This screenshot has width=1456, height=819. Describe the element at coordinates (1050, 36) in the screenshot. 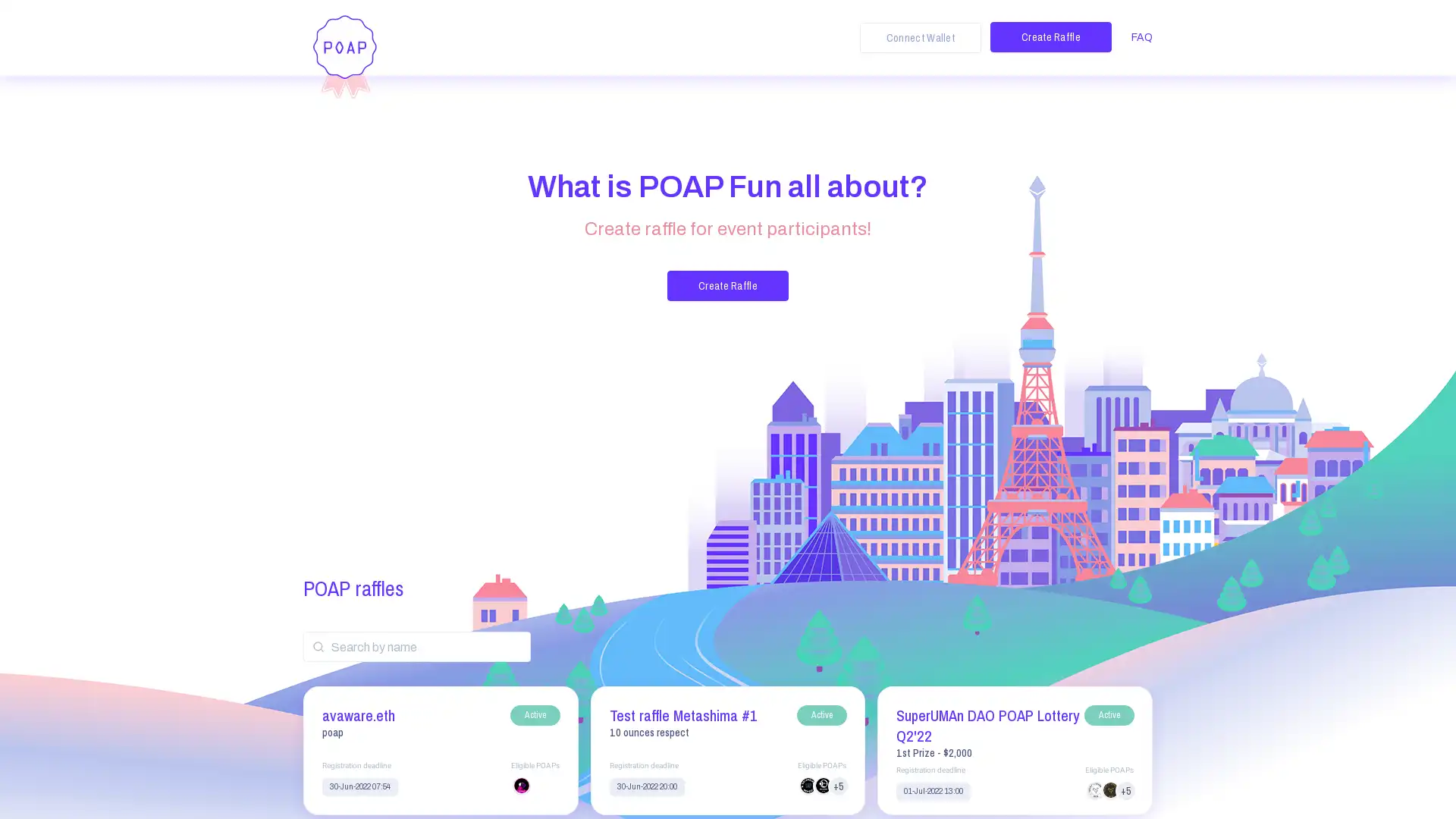

I see `Create Raffle` at that location.